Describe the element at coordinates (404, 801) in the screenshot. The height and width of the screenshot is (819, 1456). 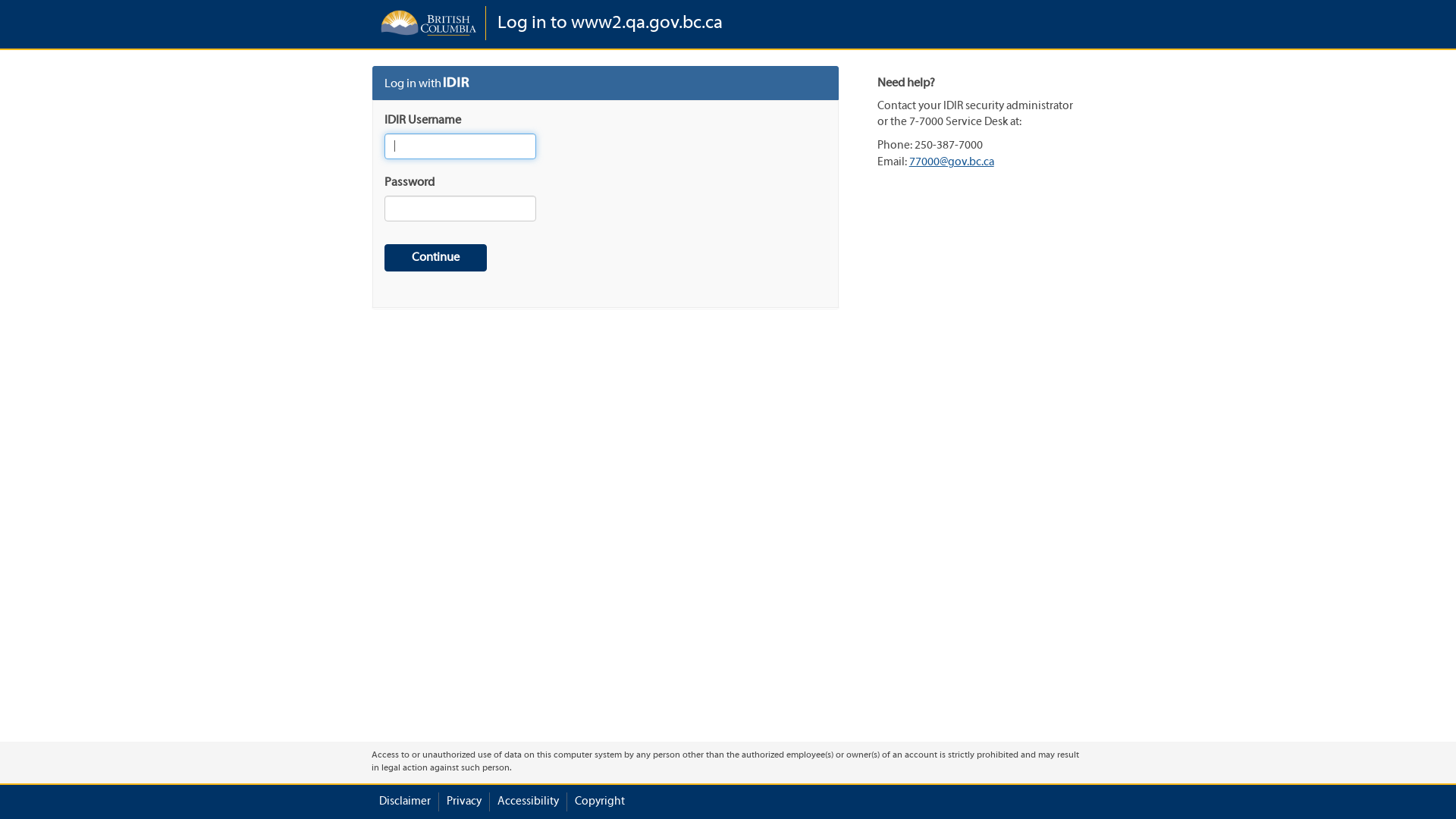
I see `'Disclaimer'` at that location.